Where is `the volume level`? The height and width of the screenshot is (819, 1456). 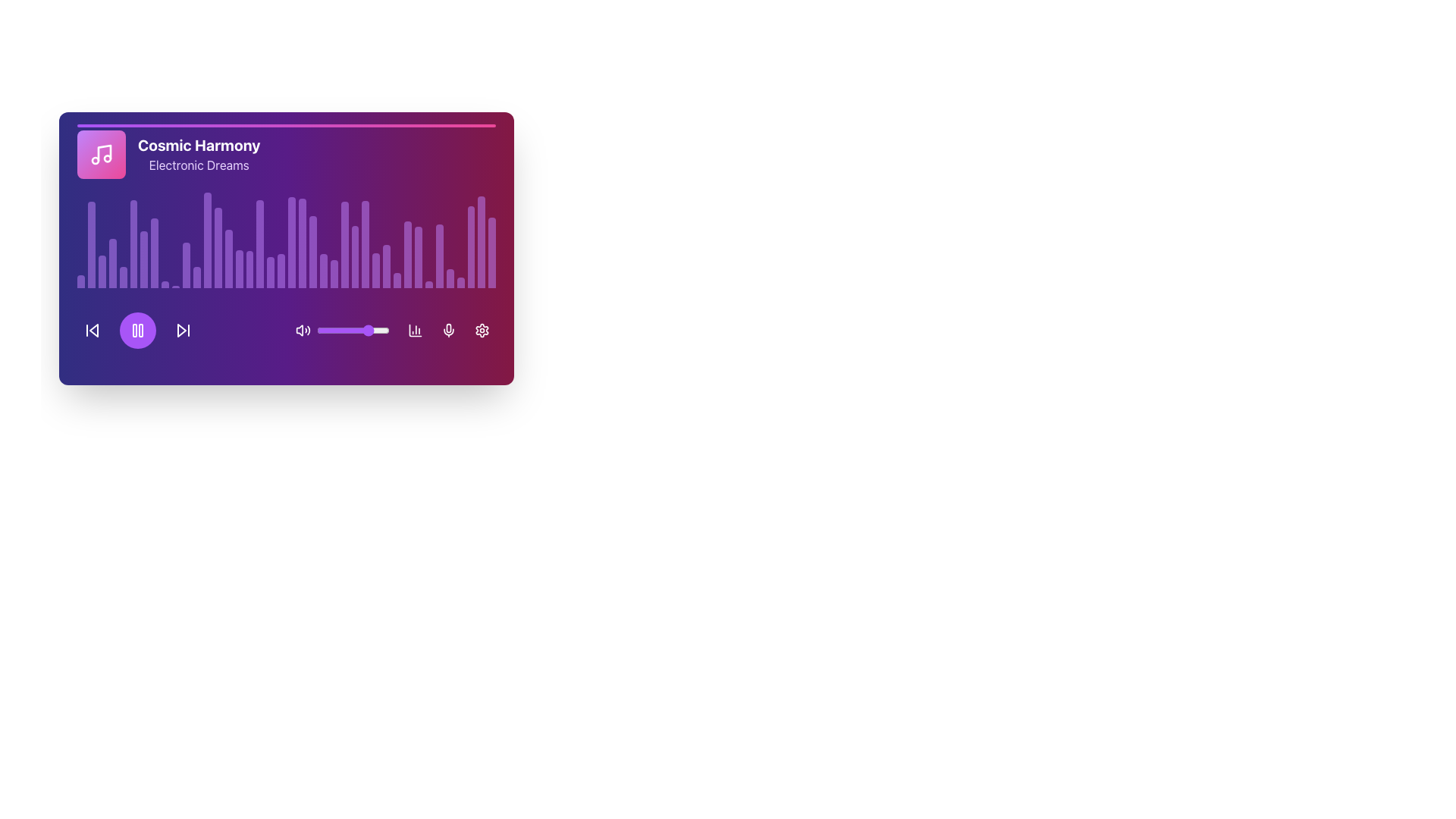
the volume level is located at coordinates (325, 329).